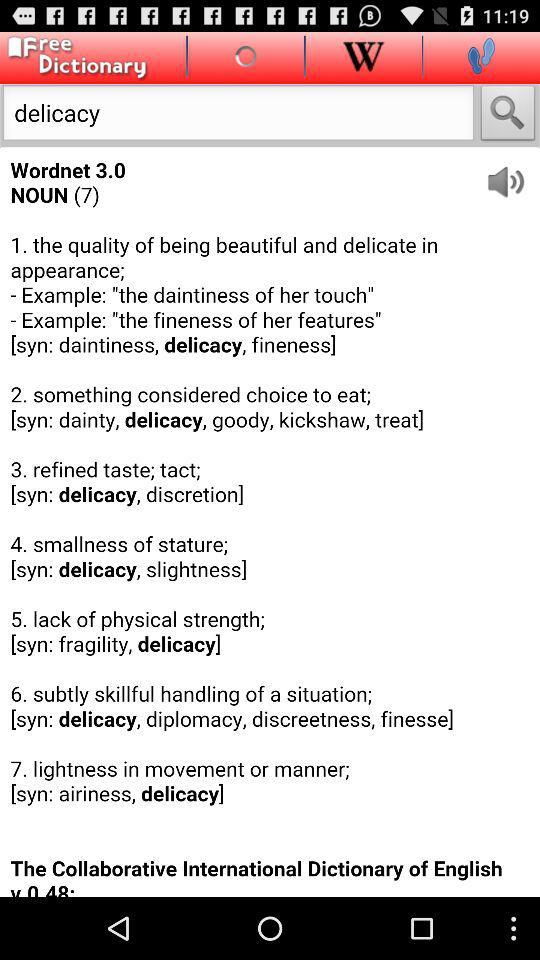  I want to click on voice on/off option, so click(512, 174).